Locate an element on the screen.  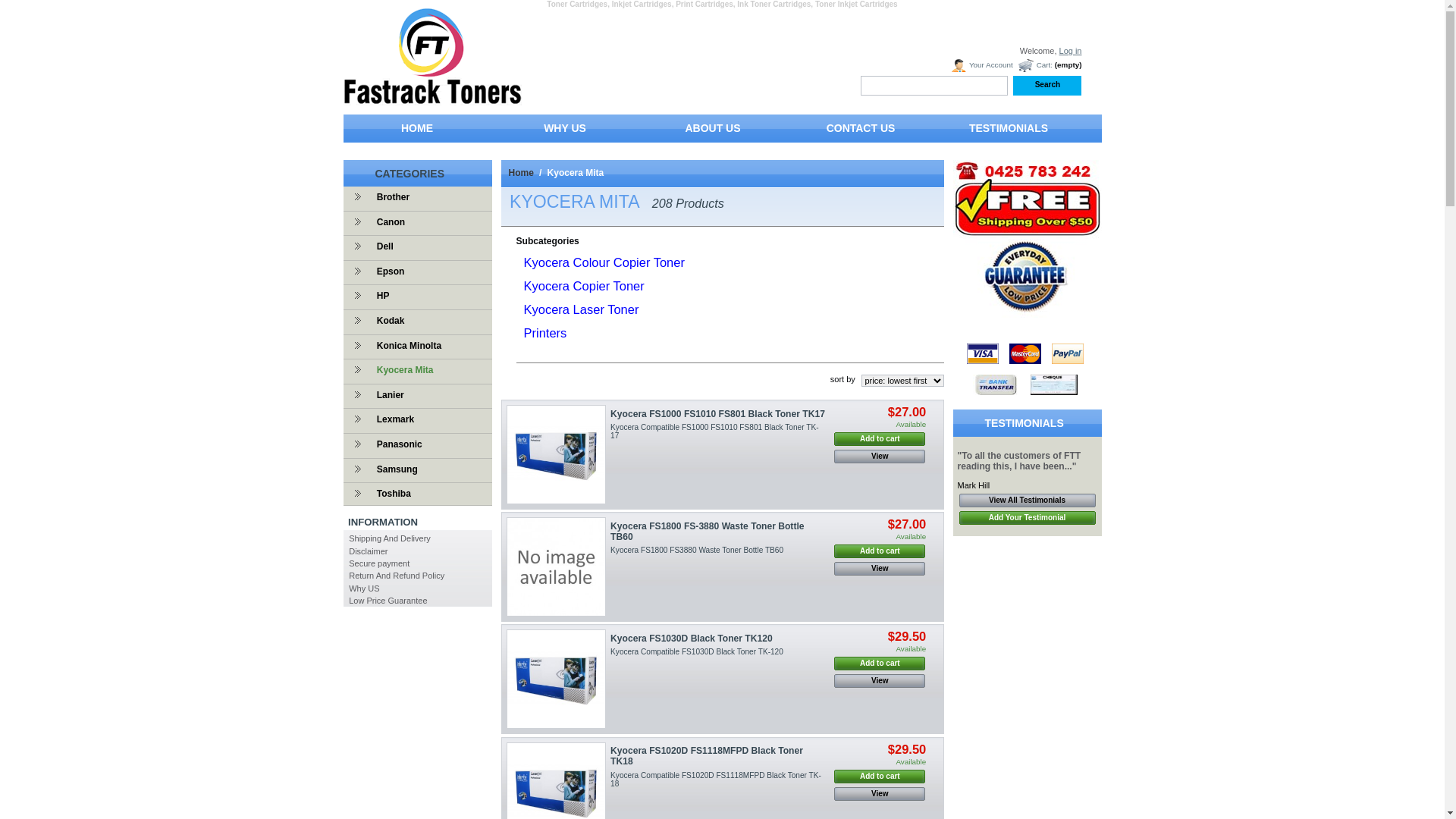
'CONTACT US' is located at coordinates (786, 130).